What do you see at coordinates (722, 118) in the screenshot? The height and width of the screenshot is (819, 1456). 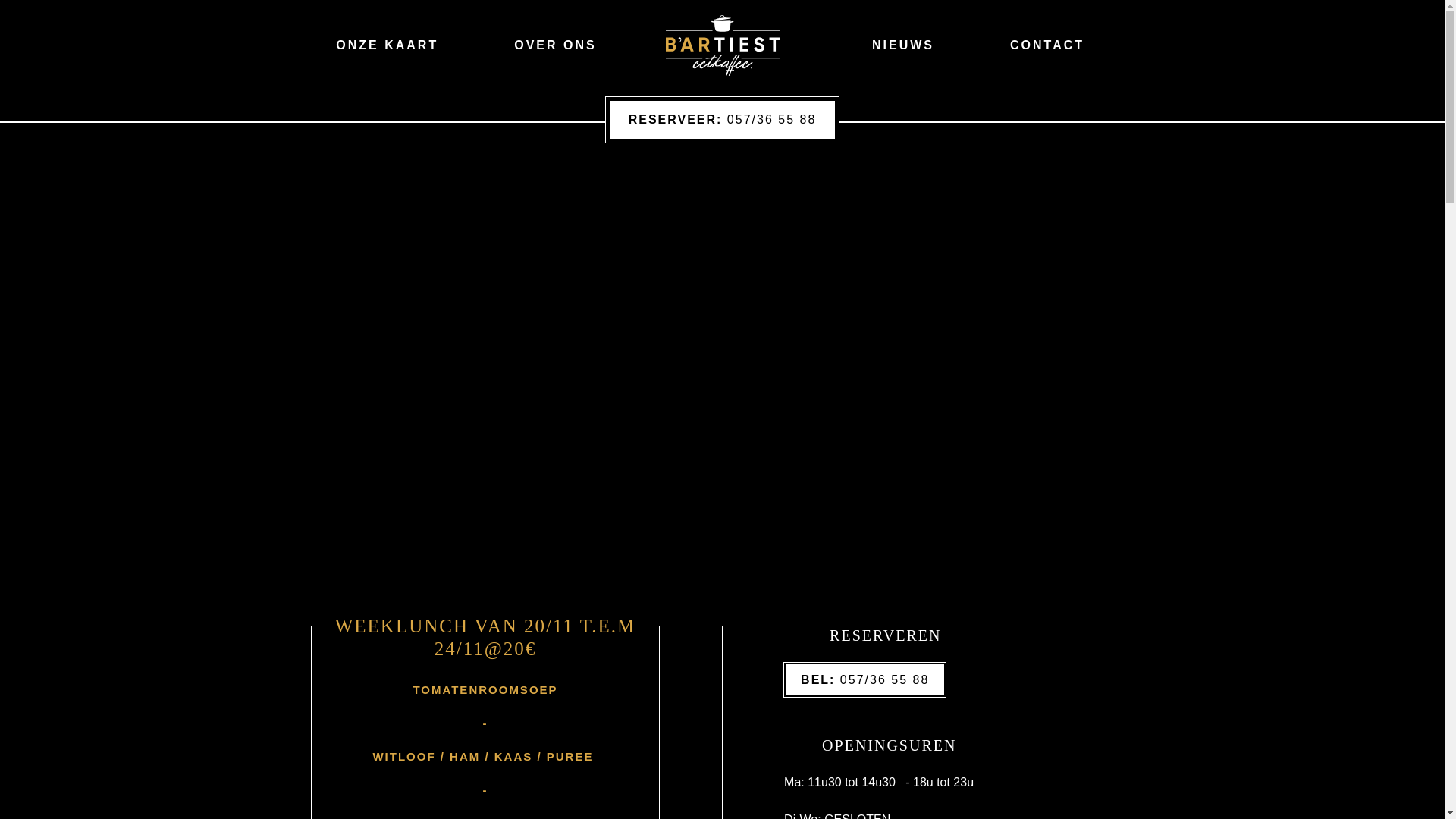 I see `'RESERVEER: 057/36 55 88'` at bounding box center [722, 118].